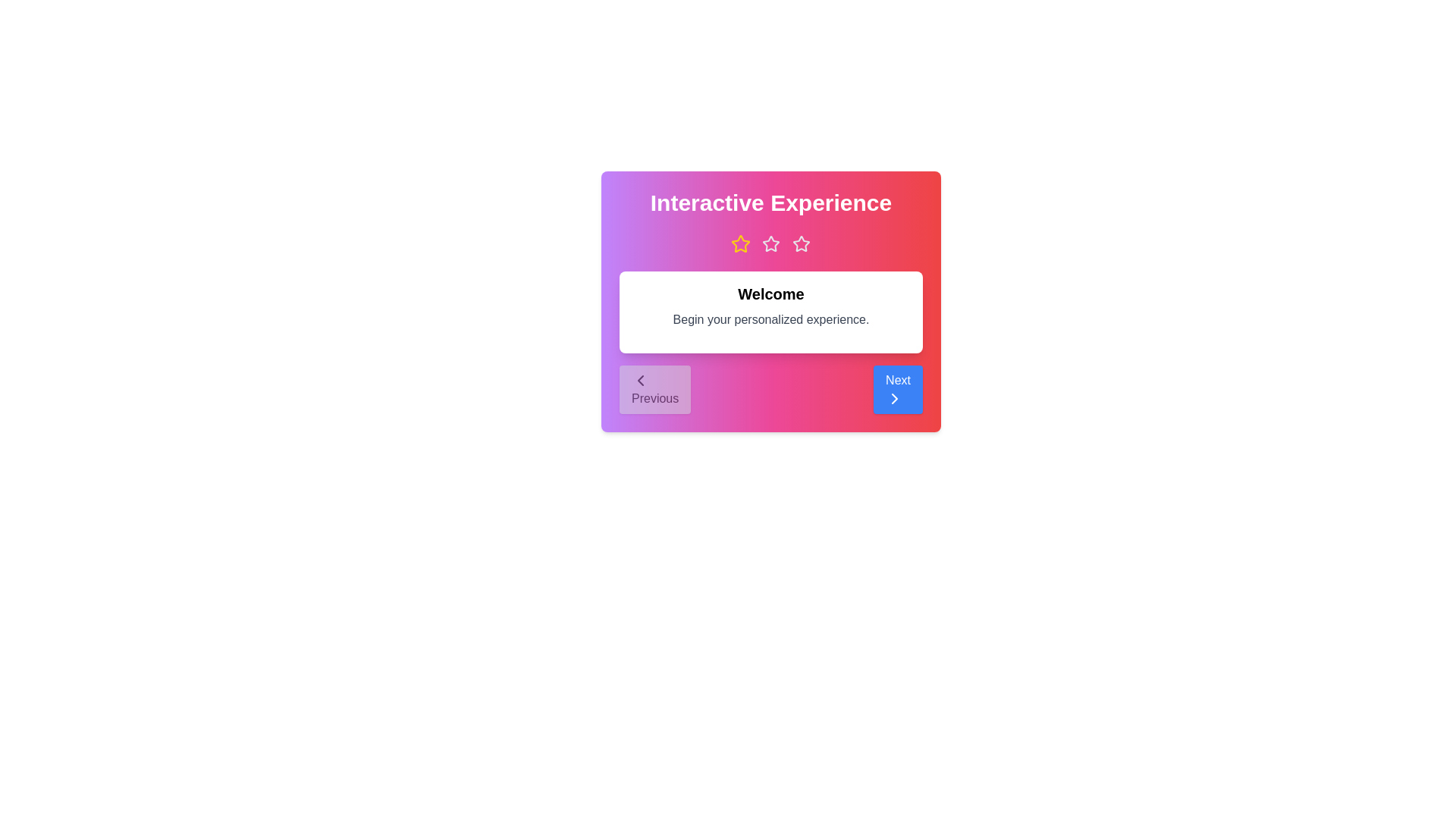 Image resolution: width=1456 pixels, height=819 pixels. I want to click on the 'Next' button to navigate to the next step, so click(898, 388).